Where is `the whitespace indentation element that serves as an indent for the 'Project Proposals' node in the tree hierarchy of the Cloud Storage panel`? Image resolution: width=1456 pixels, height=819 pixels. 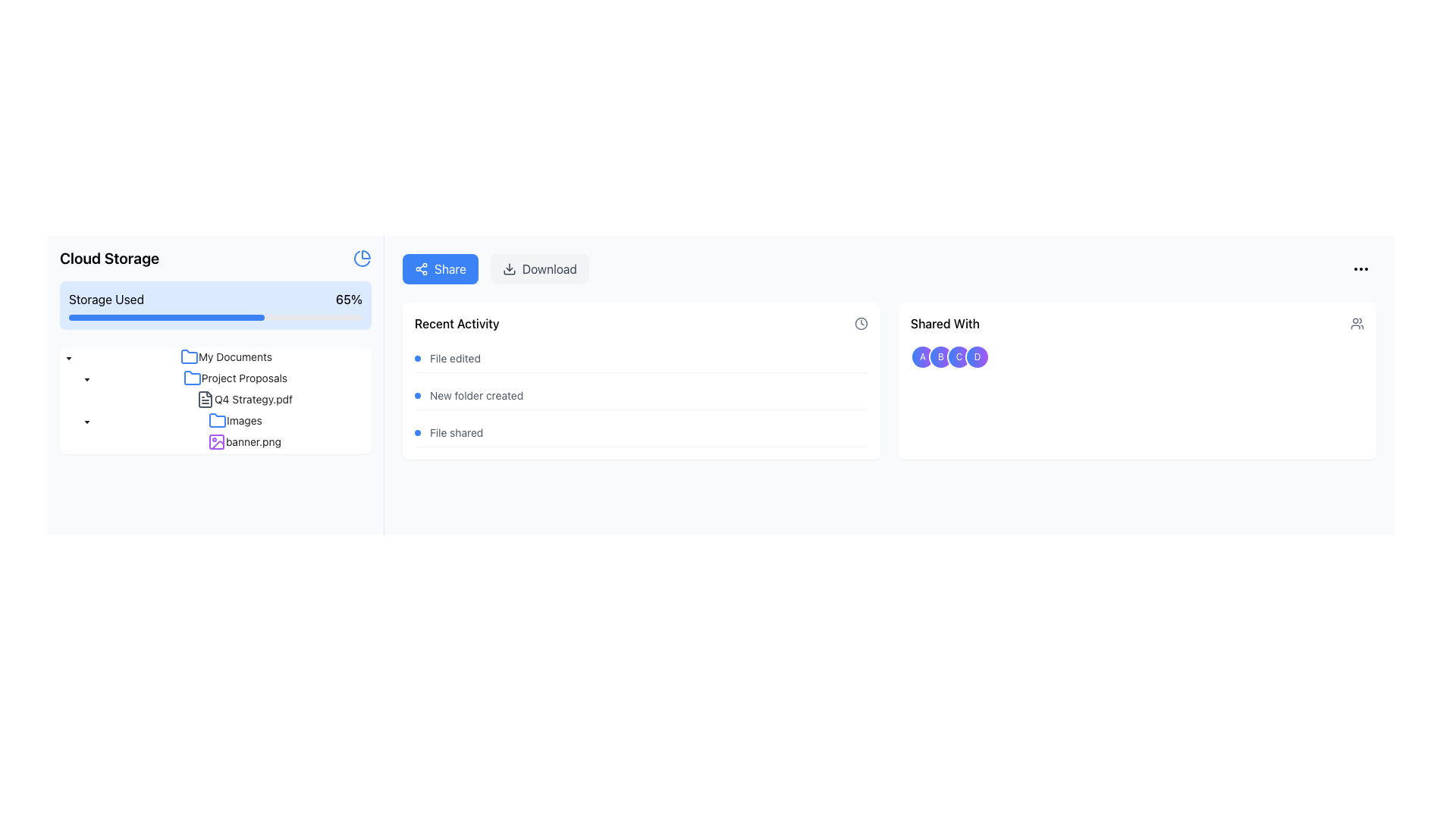
the whitespace indentation element that serves as an indent for the 'Project Proposals' node in the tree hierarchy of the Cloud Storage panel is located at coordinates (68, 377).